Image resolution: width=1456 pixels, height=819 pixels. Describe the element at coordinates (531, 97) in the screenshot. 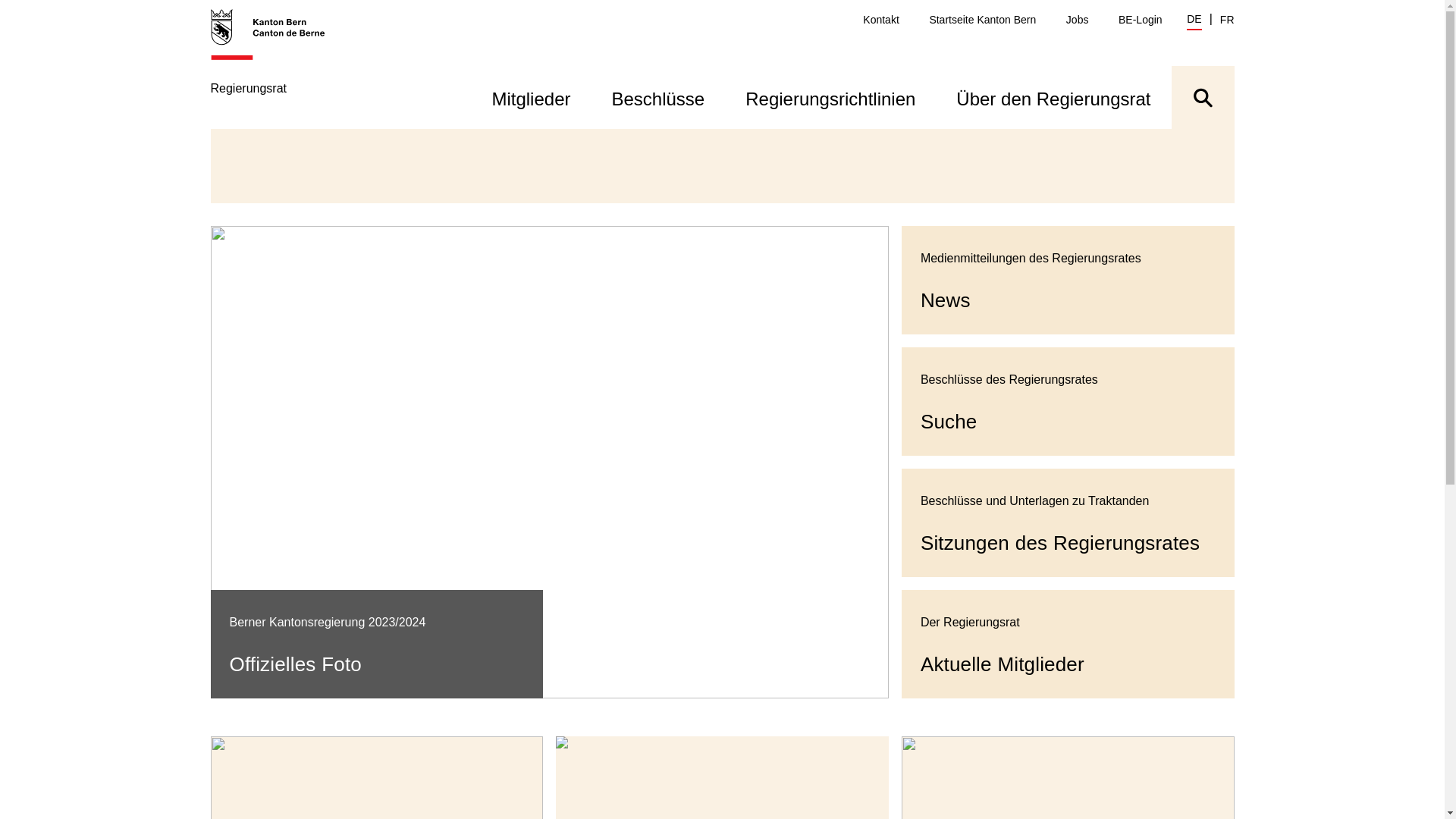

I see `'Mitglieder'` at that location.